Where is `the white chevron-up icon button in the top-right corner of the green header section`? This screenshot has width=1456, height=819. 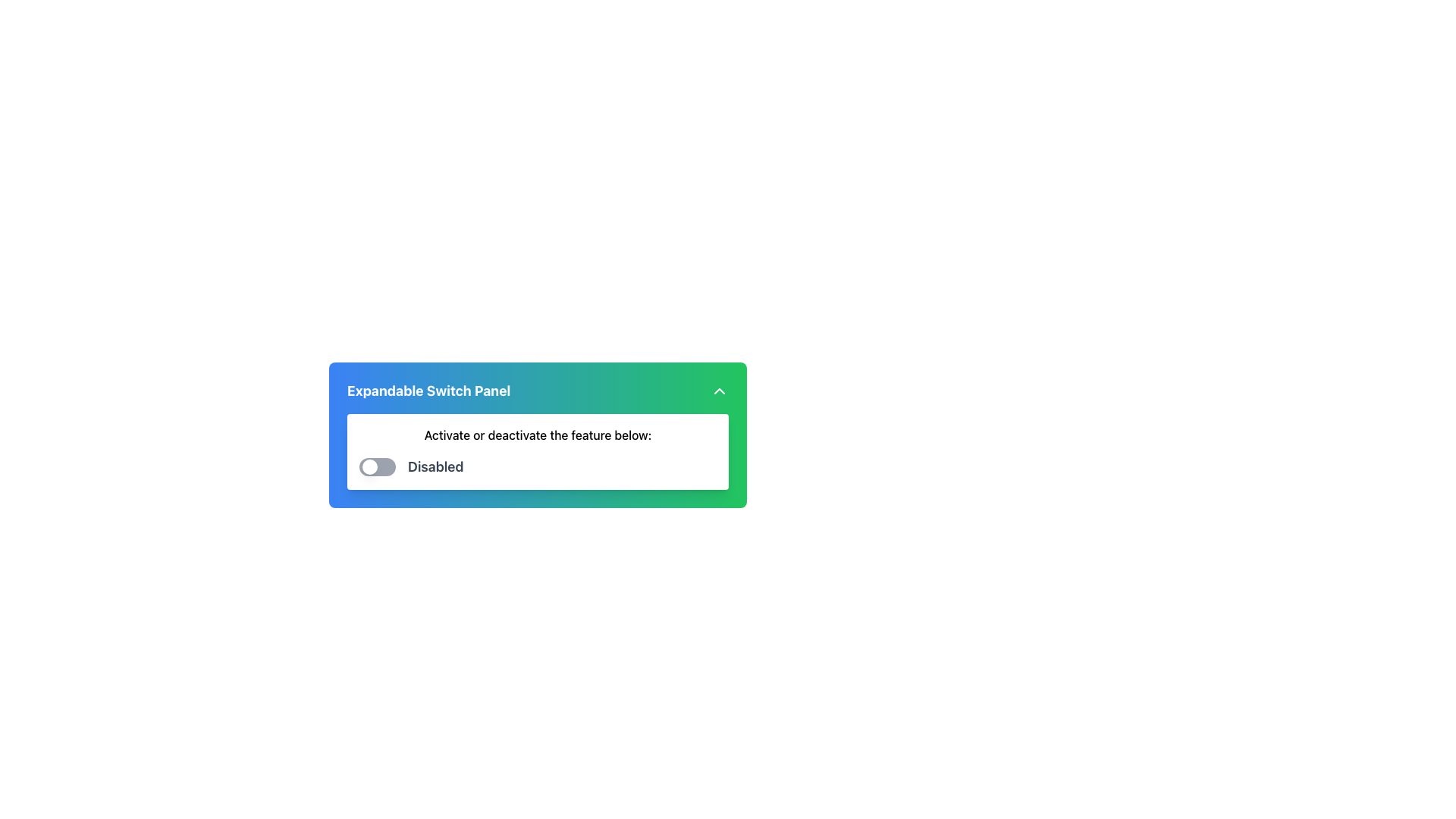
the white chevron-up icon button in the top-right corner of the green header section is located at coordinates (719, 391).